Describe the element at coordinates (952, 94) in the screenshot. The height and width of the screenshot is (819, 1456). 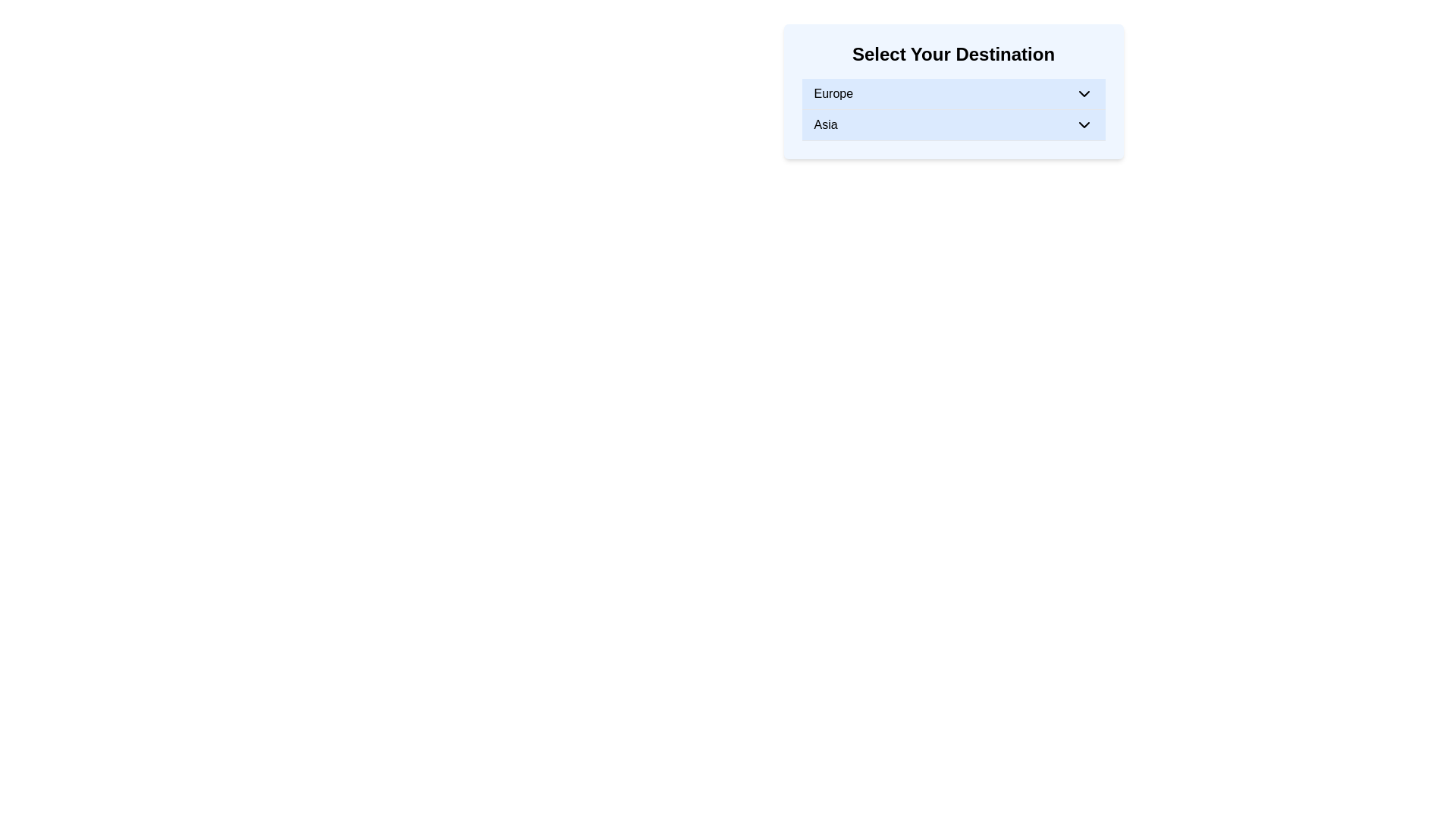
I see `the 'Europe' dropdown menu option with a blue background` at that location.